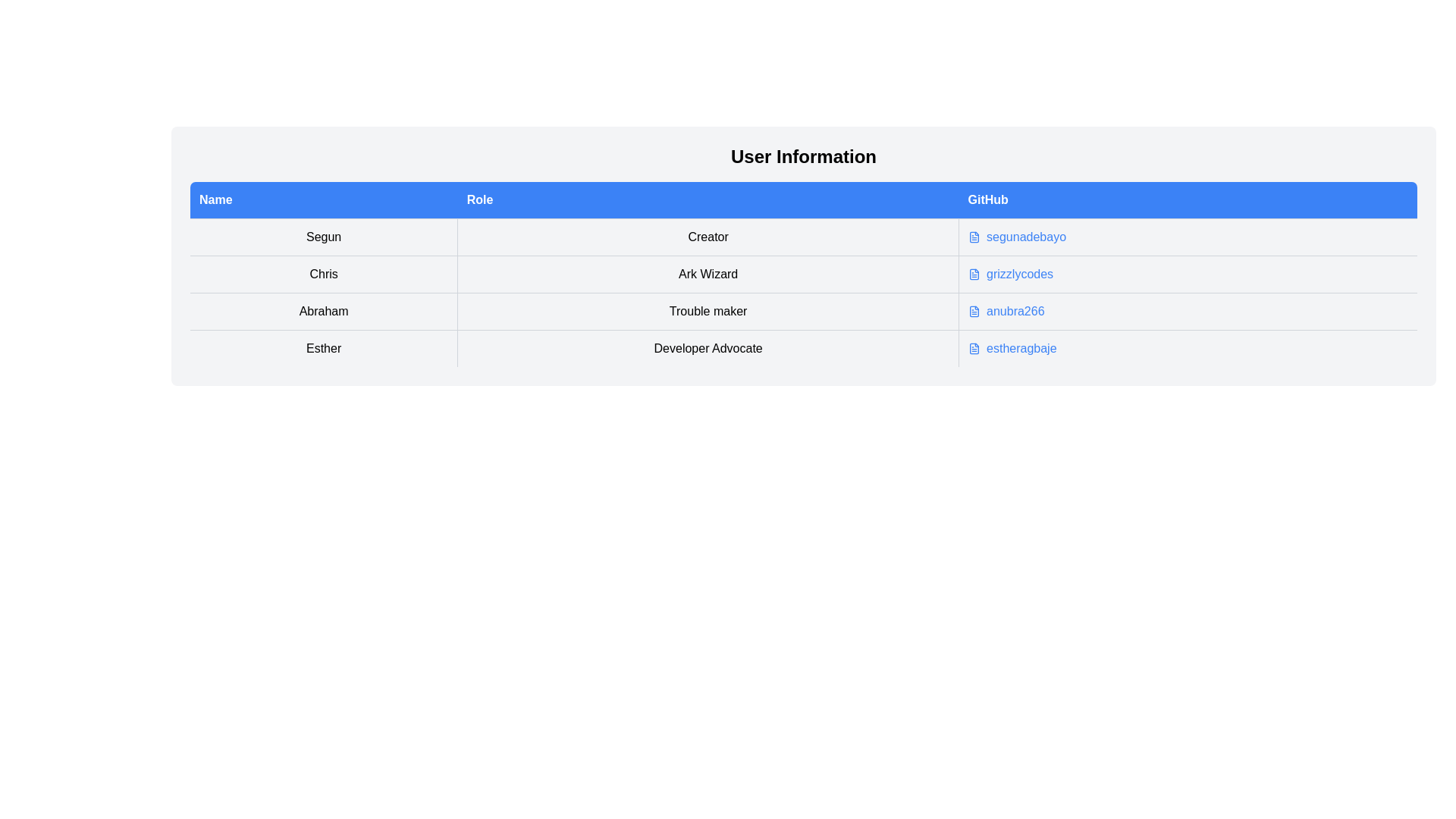 Image resolution: width=1456 pixels, height=819 pixels. Describe the element at coordinates (323, 237) in the screenshot. I see `the textual label containing 'Segun' in the first cell of the 'Name' column within the user information table` at that location.